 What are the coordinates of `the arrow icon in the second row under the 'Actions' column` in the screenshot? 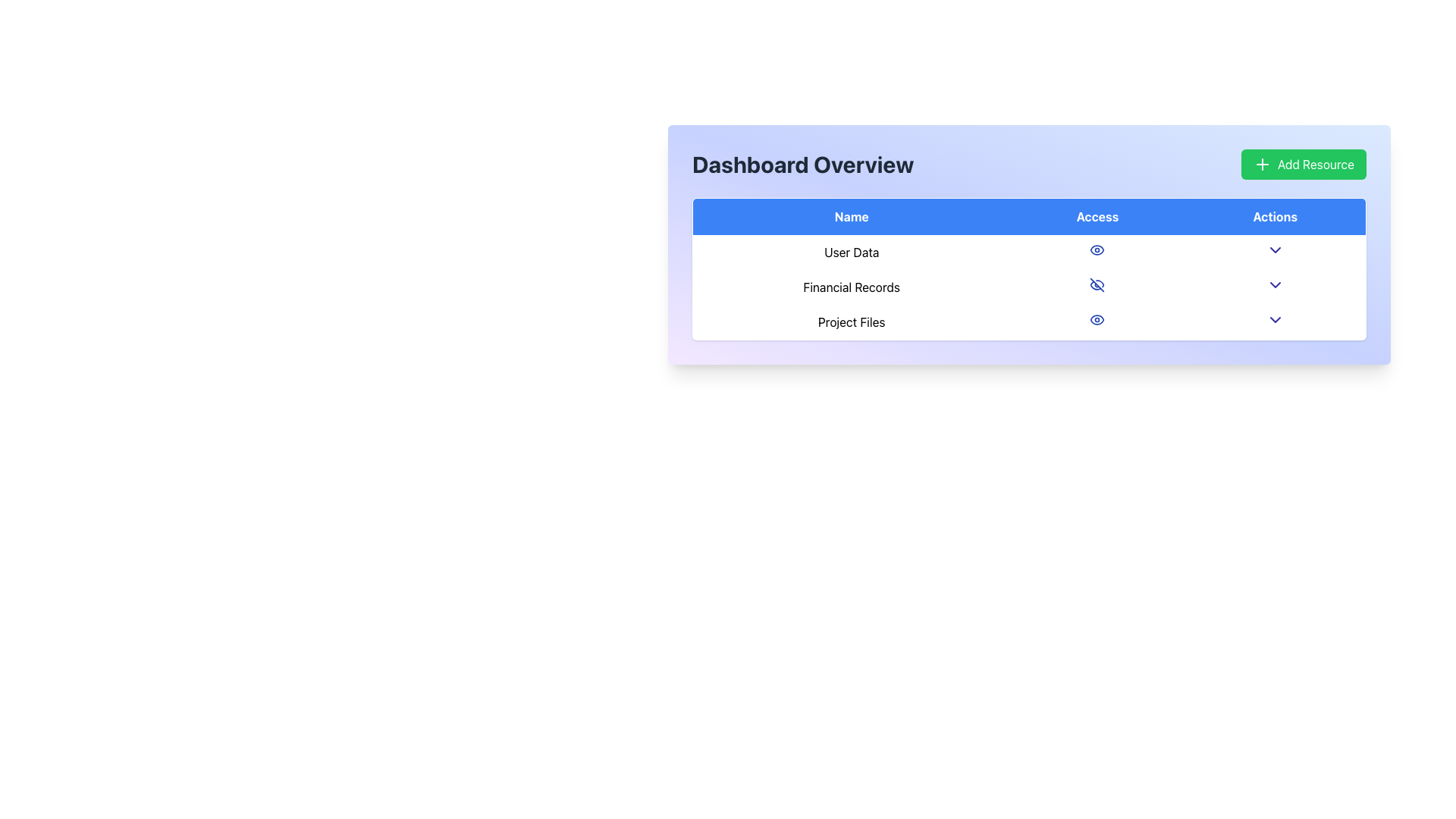 It's located at (1274, 287).